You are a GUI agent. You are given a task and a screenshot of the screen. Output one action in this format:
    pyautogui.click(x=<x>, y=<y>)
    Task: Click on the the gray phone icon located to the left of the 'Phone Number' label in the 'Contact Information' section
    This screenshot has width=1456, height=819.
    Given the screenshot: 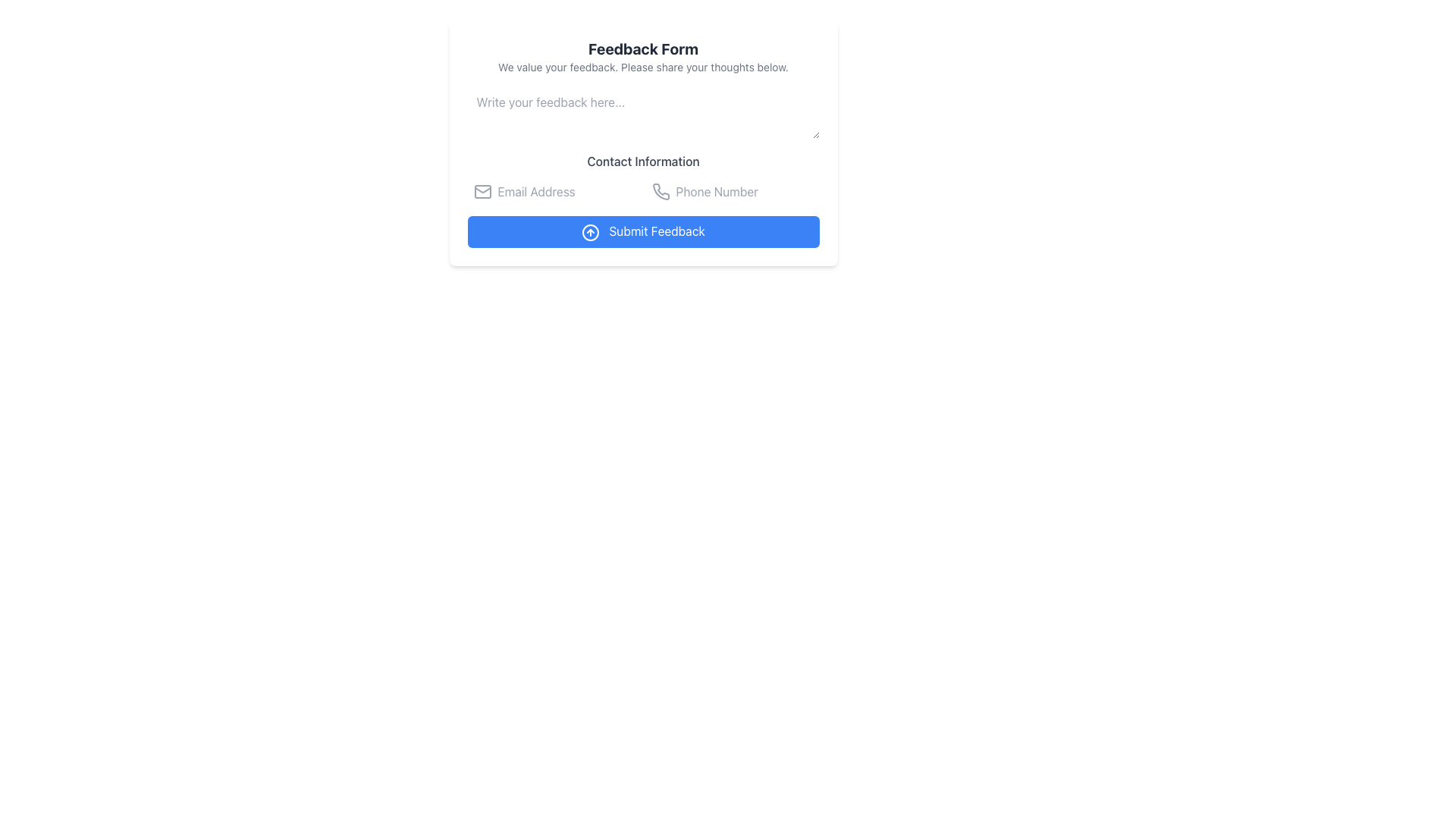 What is the action you would take?
    pyautogui.click(x=661, y=190)
    